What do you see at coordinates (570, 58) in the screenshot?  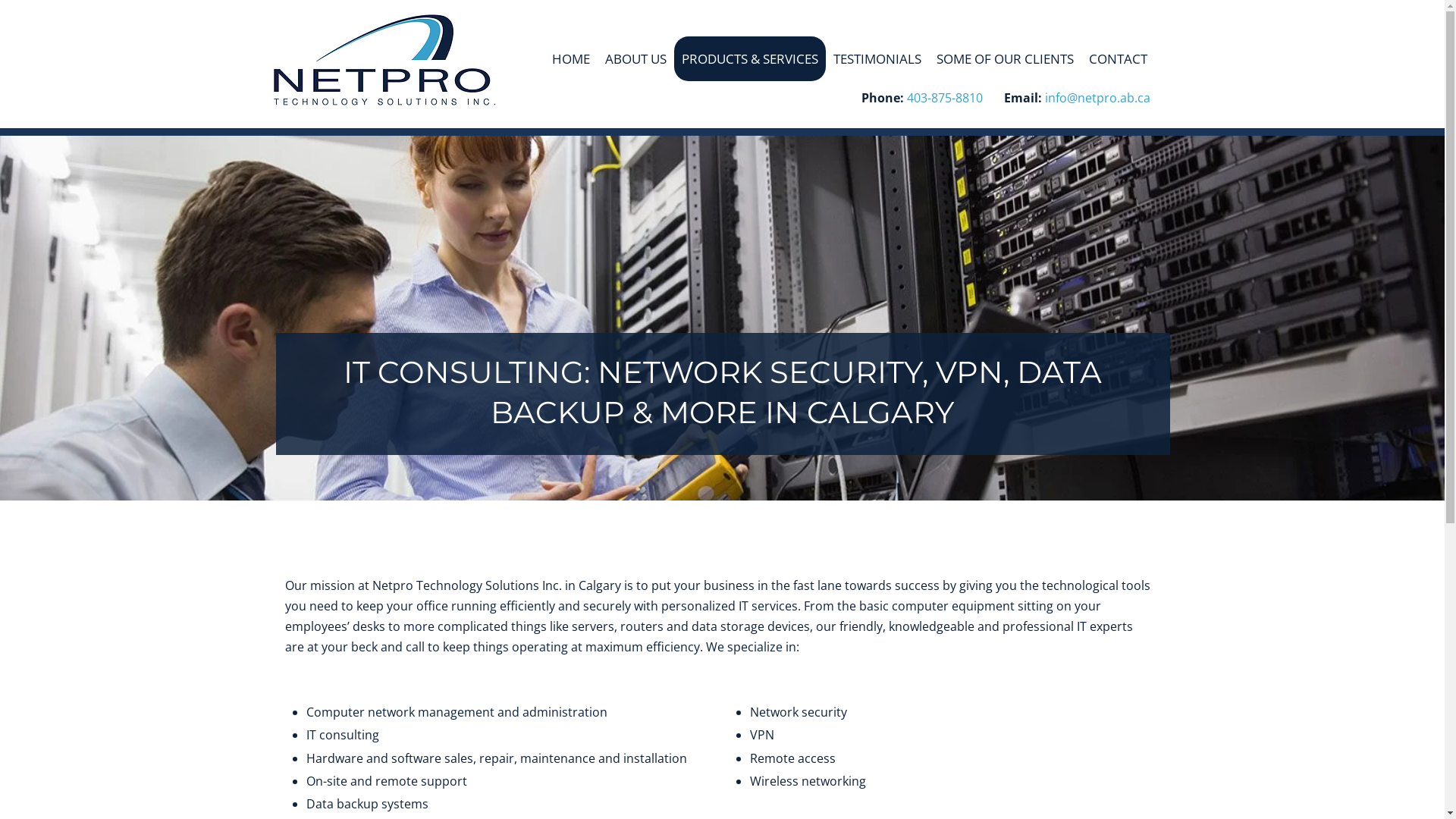 I see `'HOME'` at bounding box center [570, 58].